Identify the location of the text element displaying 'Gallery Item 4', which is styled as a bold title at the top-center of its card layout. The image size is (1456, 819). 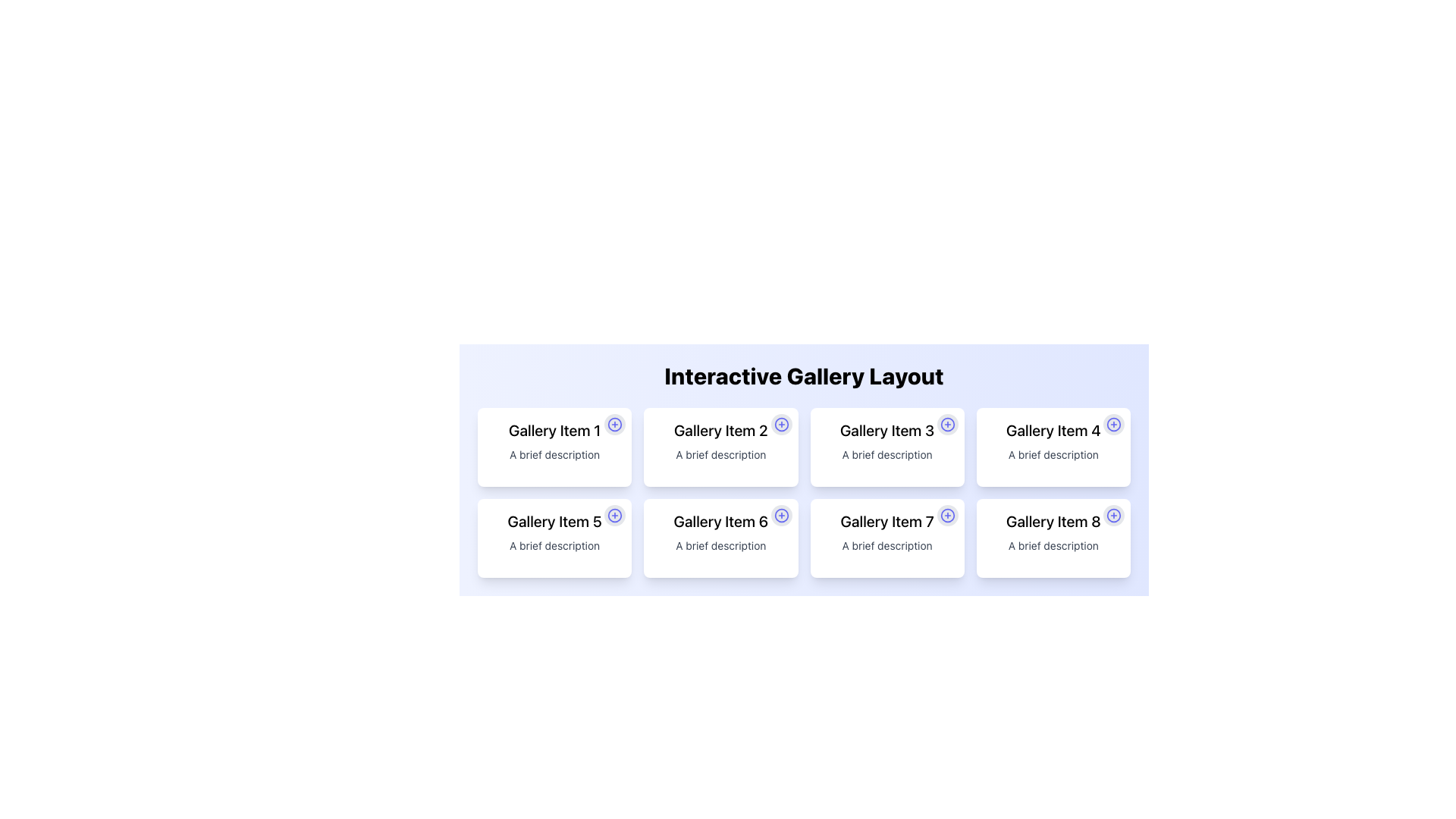
(1053, 430).